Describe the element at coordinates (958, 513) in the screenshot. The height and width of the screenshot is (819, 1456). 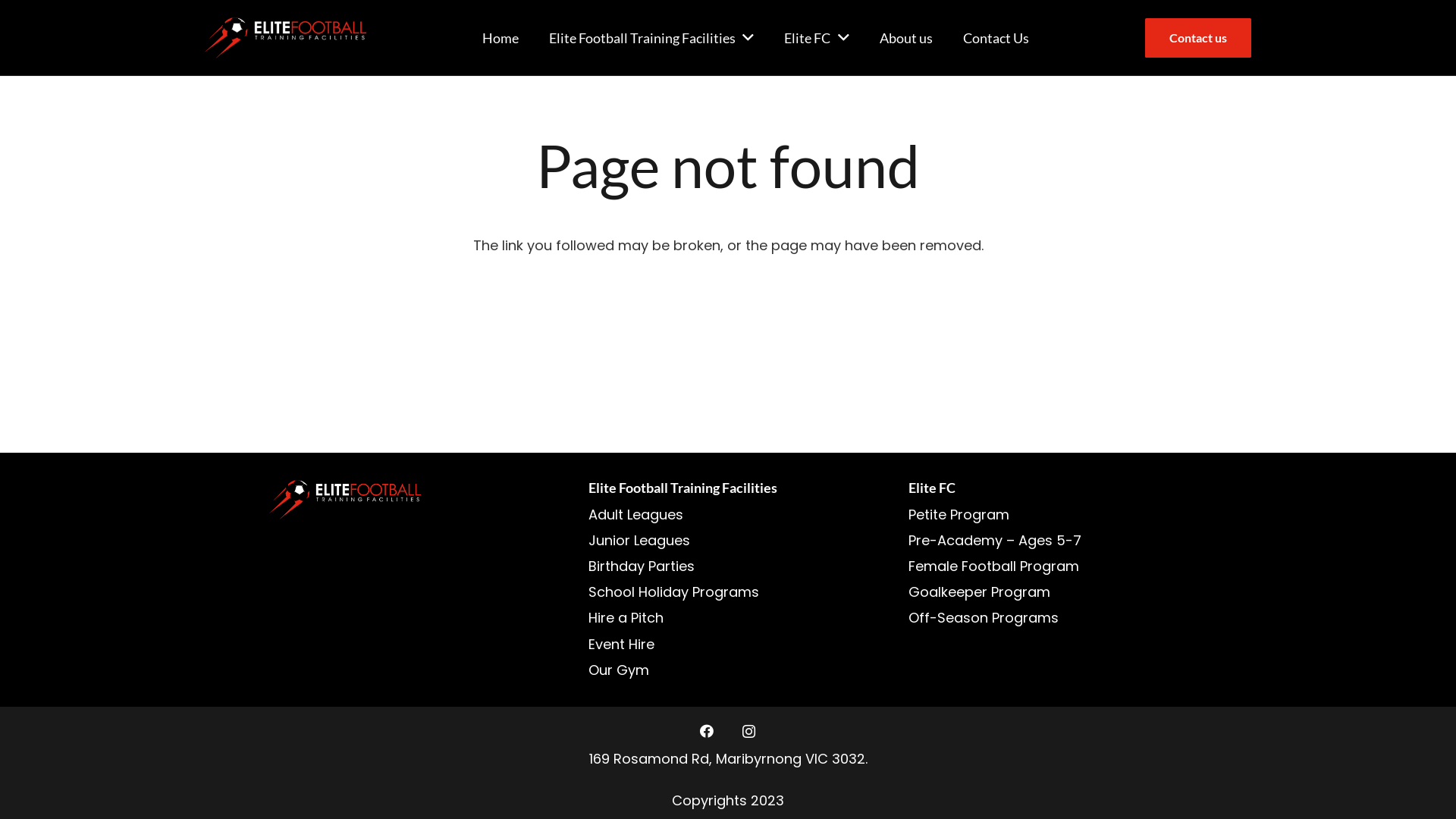
I see `'Petite Program'` at that location.